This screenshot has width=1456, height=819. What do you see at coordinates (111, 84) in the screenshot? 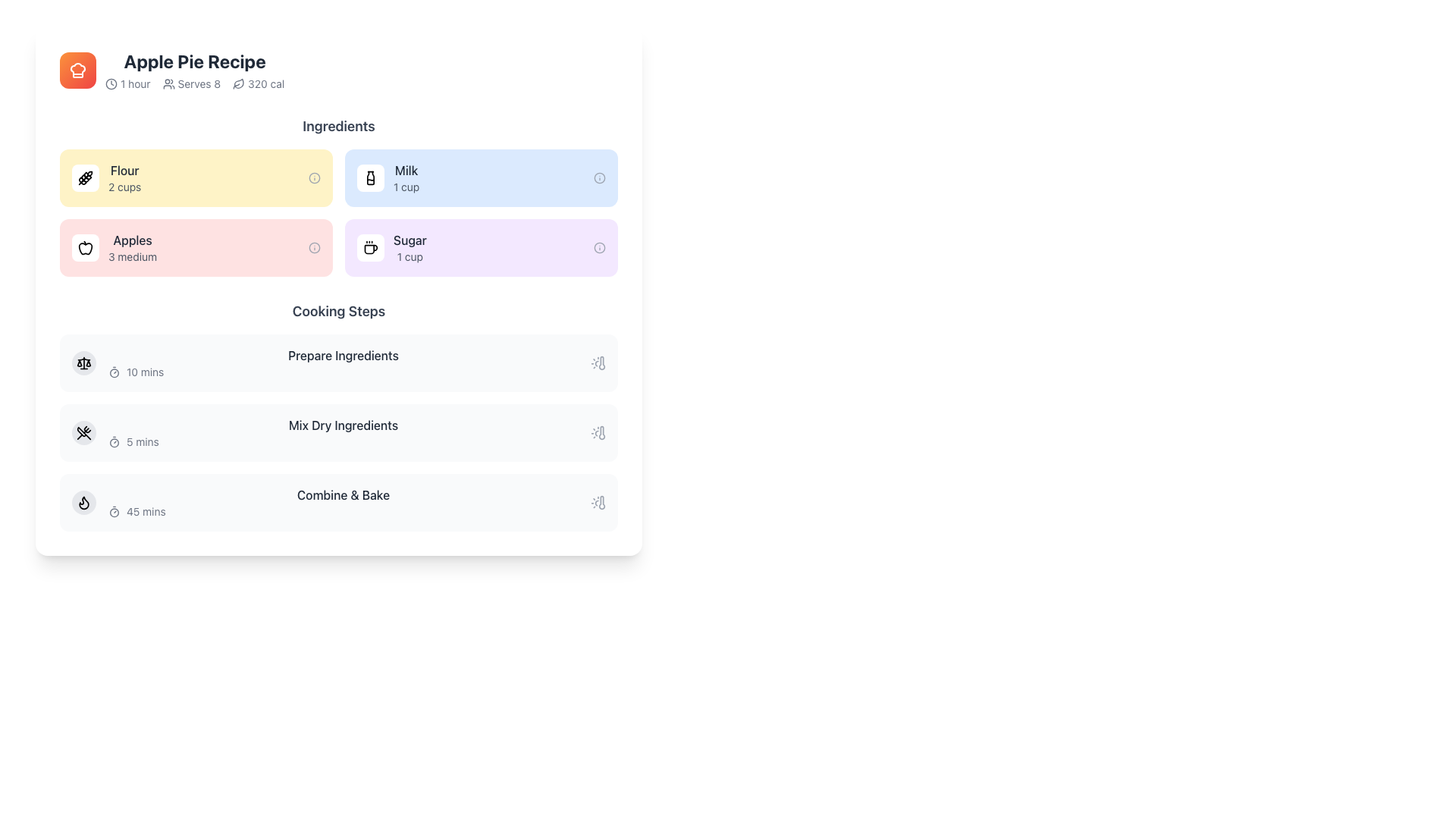
I see `the clock icon located to the left of the '1 hour' text in the summary section of the recipe details for additional context` at bounding box center [111, 84].